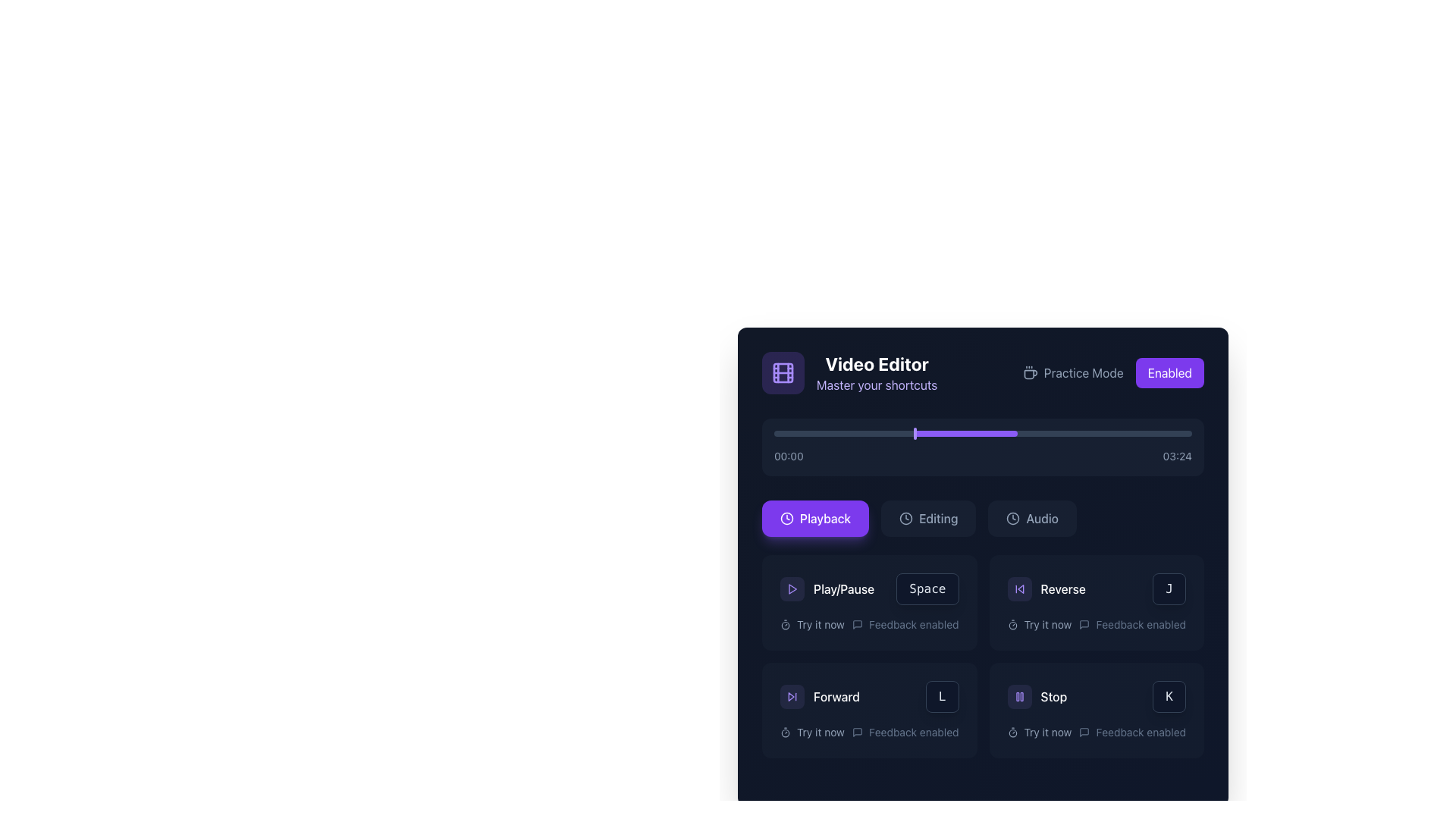  Describe the element at coordinates (877, 363) in the screenshot. I see `the 'Video Editor' text label element, which is presented in bold, large, white font on a dark background, located near the top-left area of the interface` at that location.